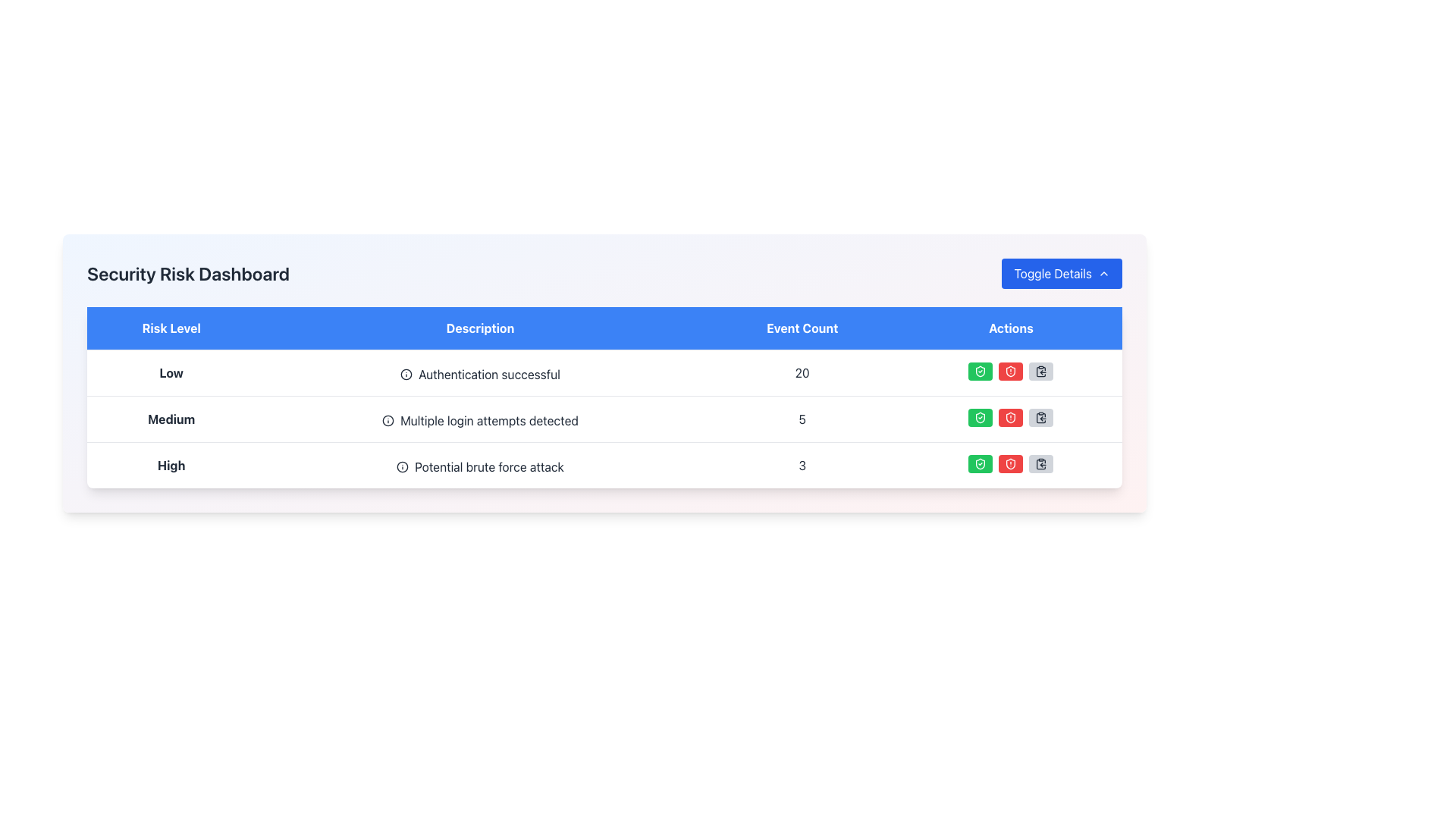  What do you see at coordinates (1103, 274) in the screenshot?
I see `the icon indicating the toggled state of the 'Toggle Details' button, which is positioned on the right side of the button` at bounding box center [1103, 274].